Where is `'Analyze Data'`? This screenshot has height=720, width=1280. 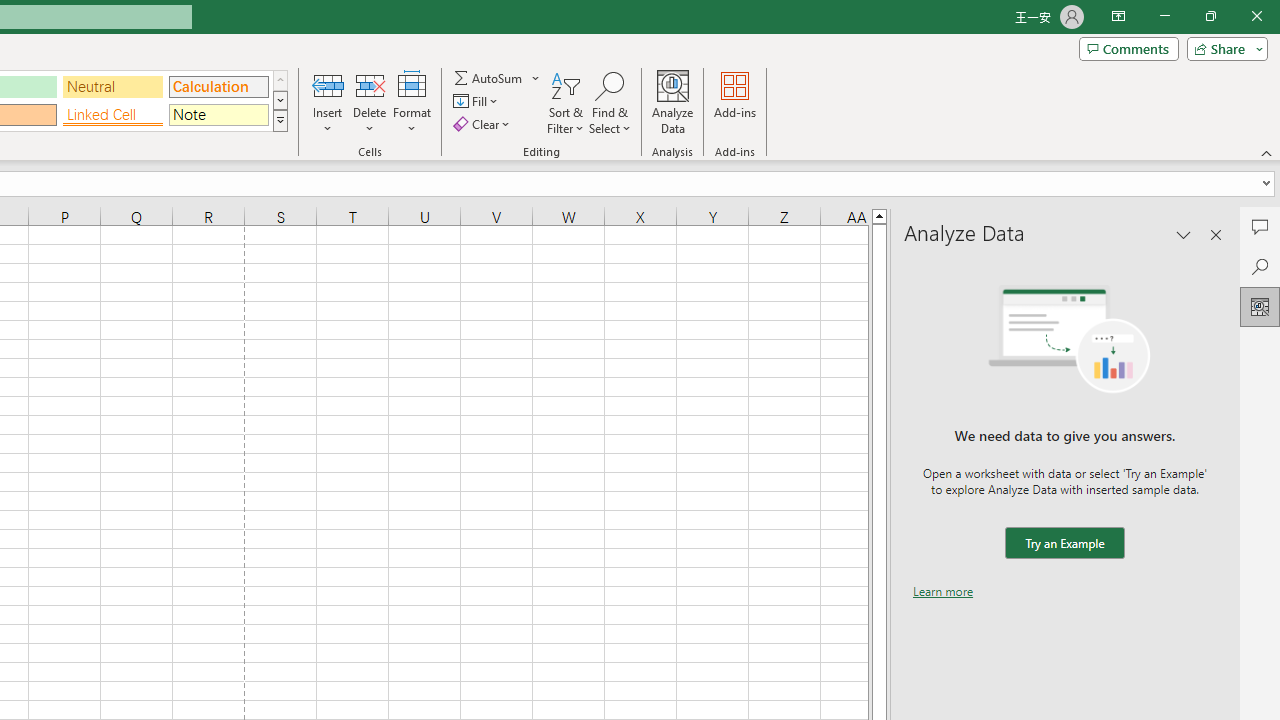
'Analyze Data' is located at coordinates (673, 103).